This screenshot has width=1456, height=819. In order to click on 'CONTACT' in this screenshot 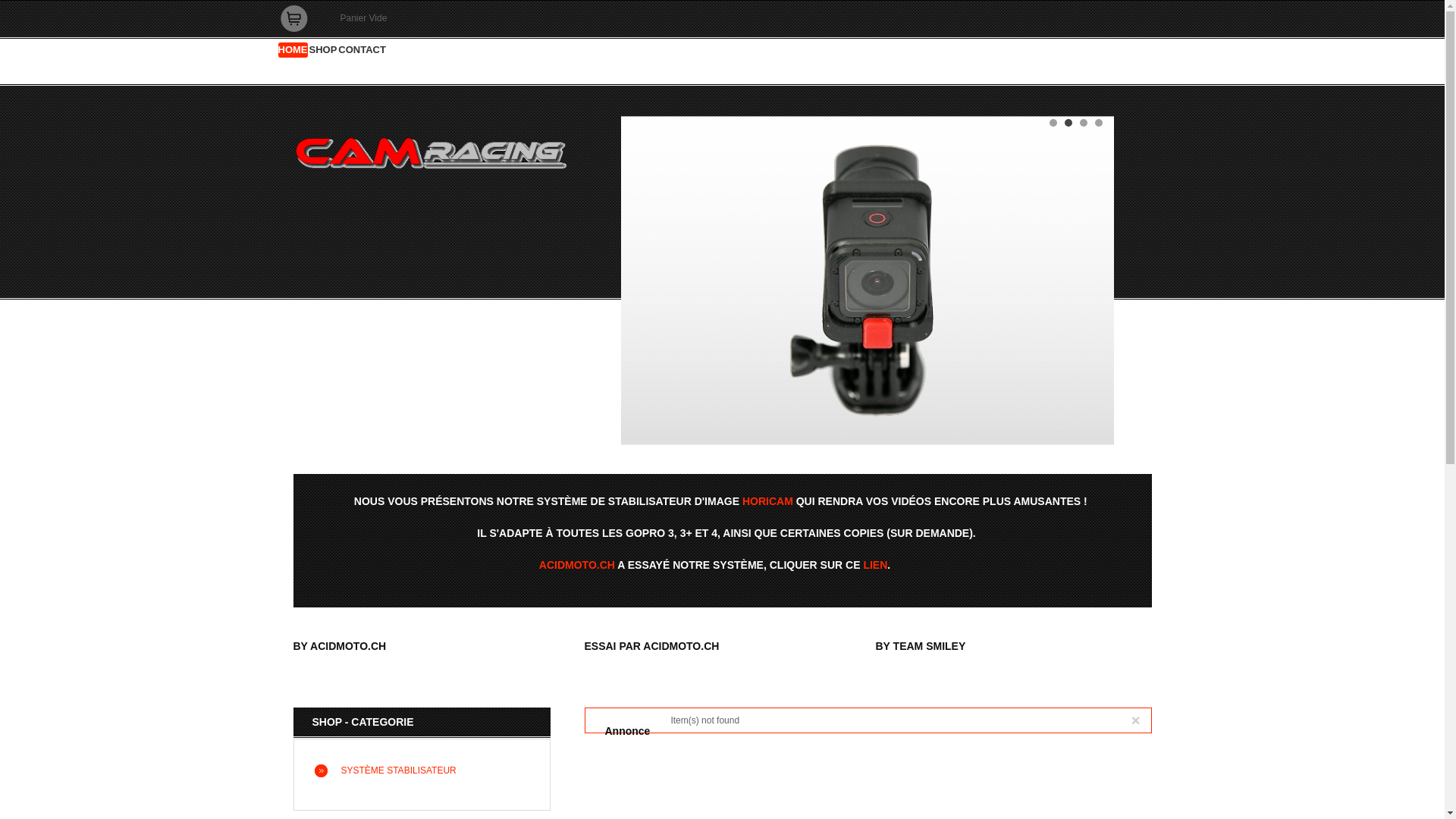, I will do `click(337, 49)`.